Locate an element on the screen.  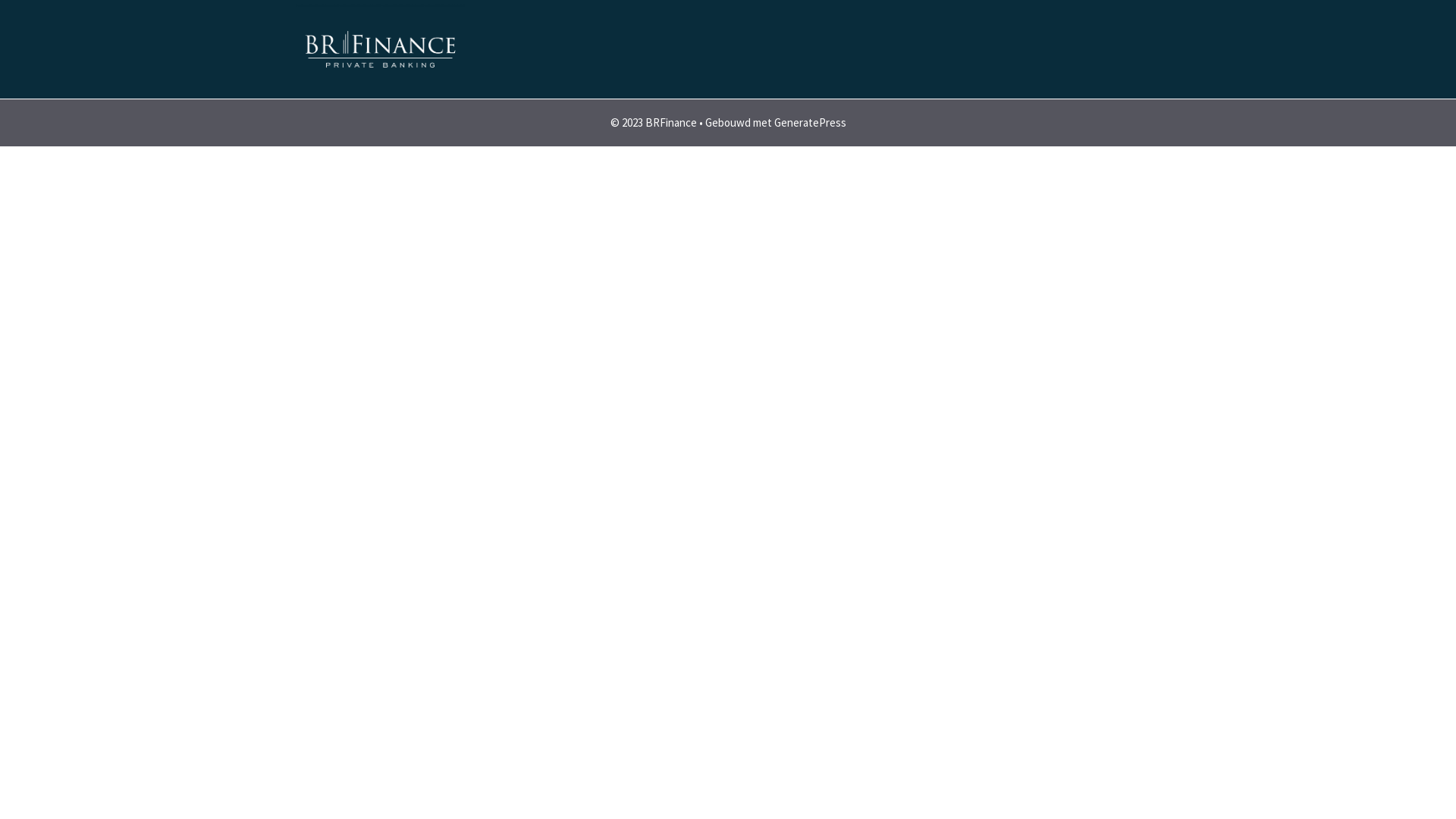
'GeneratePress' is located at coordinates (808, 121).